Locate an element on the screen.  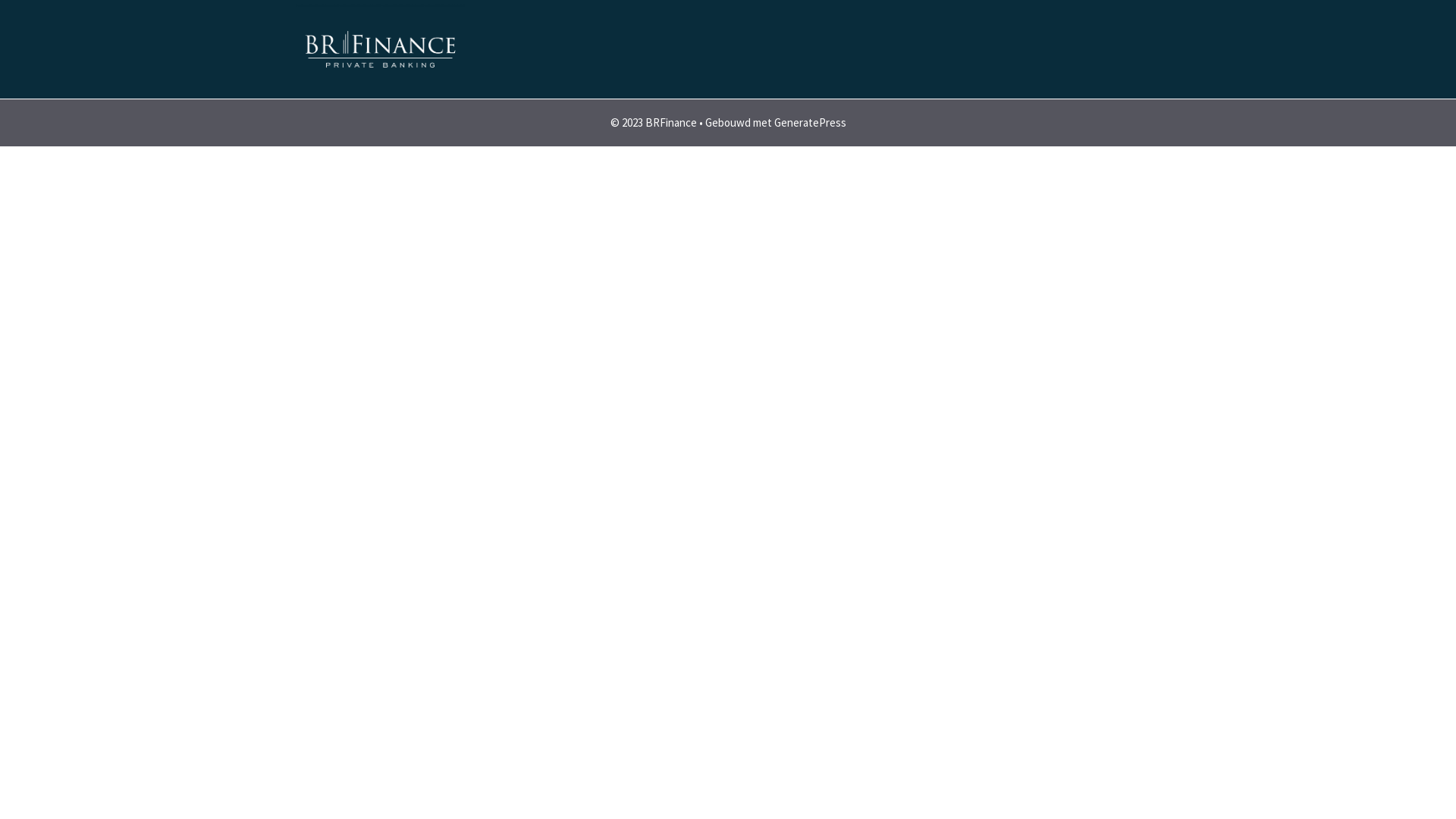
'GeneratePress' is located at coordinates (808, 121).